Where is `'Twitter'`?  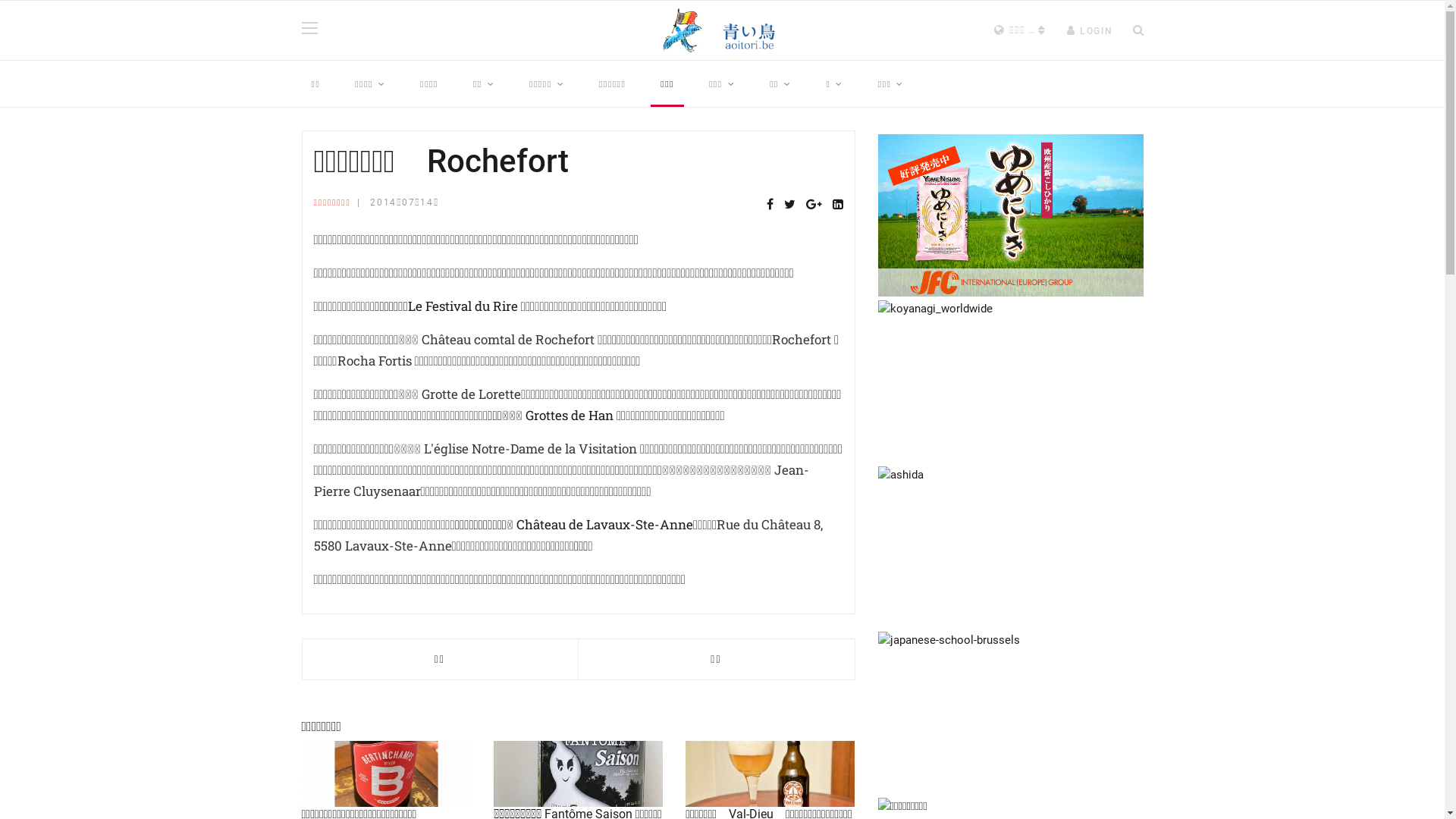
'Twitter' is located at coordinates (789, 205).